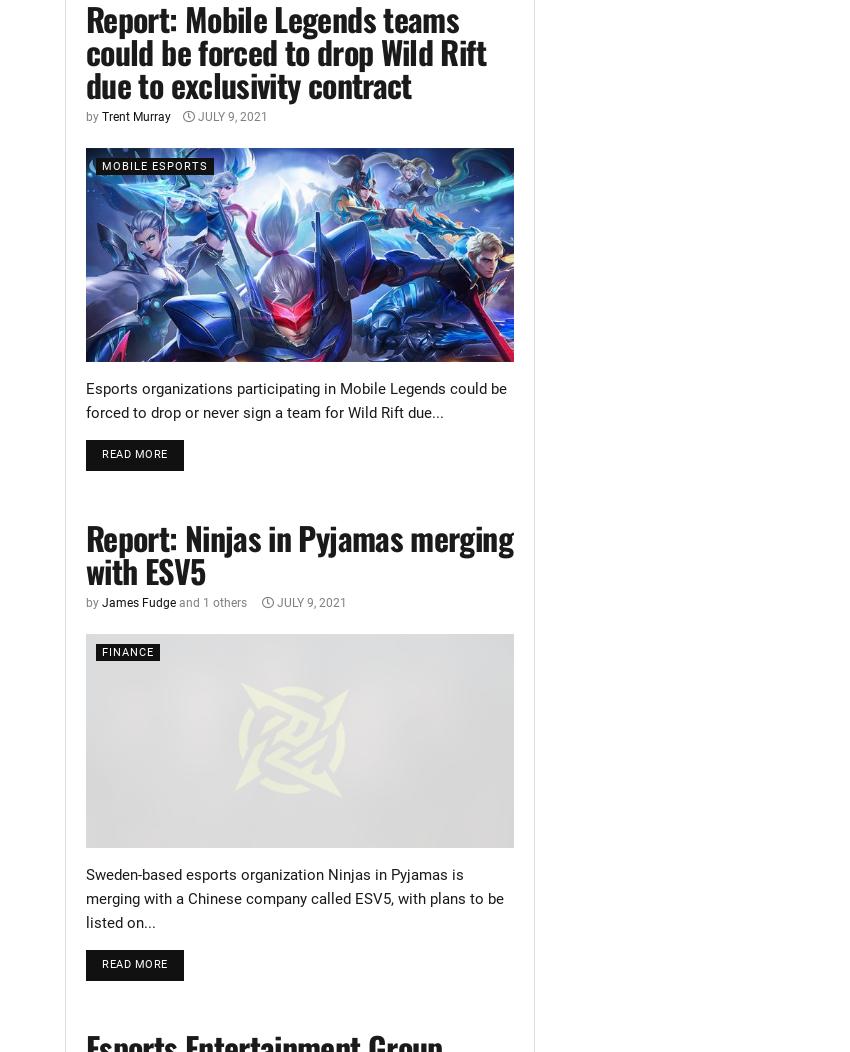 The width and height of the screenshot is (850, 1052). What do you see at coordinates (299, 553) in the screenshot?
I see `'Report: Ninjas in Pyjamas merging with ESV5'` at bounding box center [299, 553].